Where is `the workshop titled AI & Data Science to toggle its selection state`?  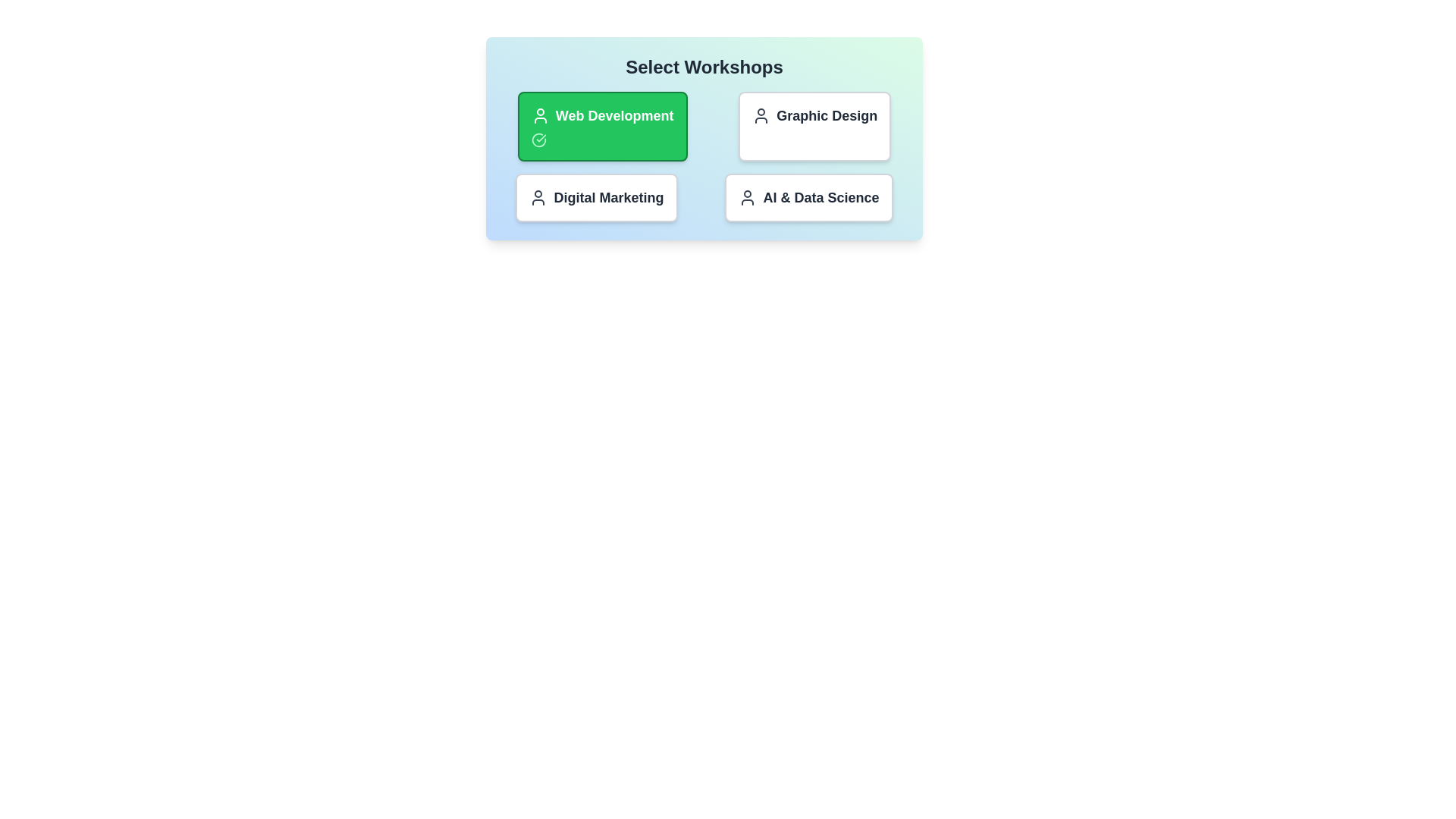
the workshop titled AI & Data Science to toggle its selection state is located at coordinates (808, 197).